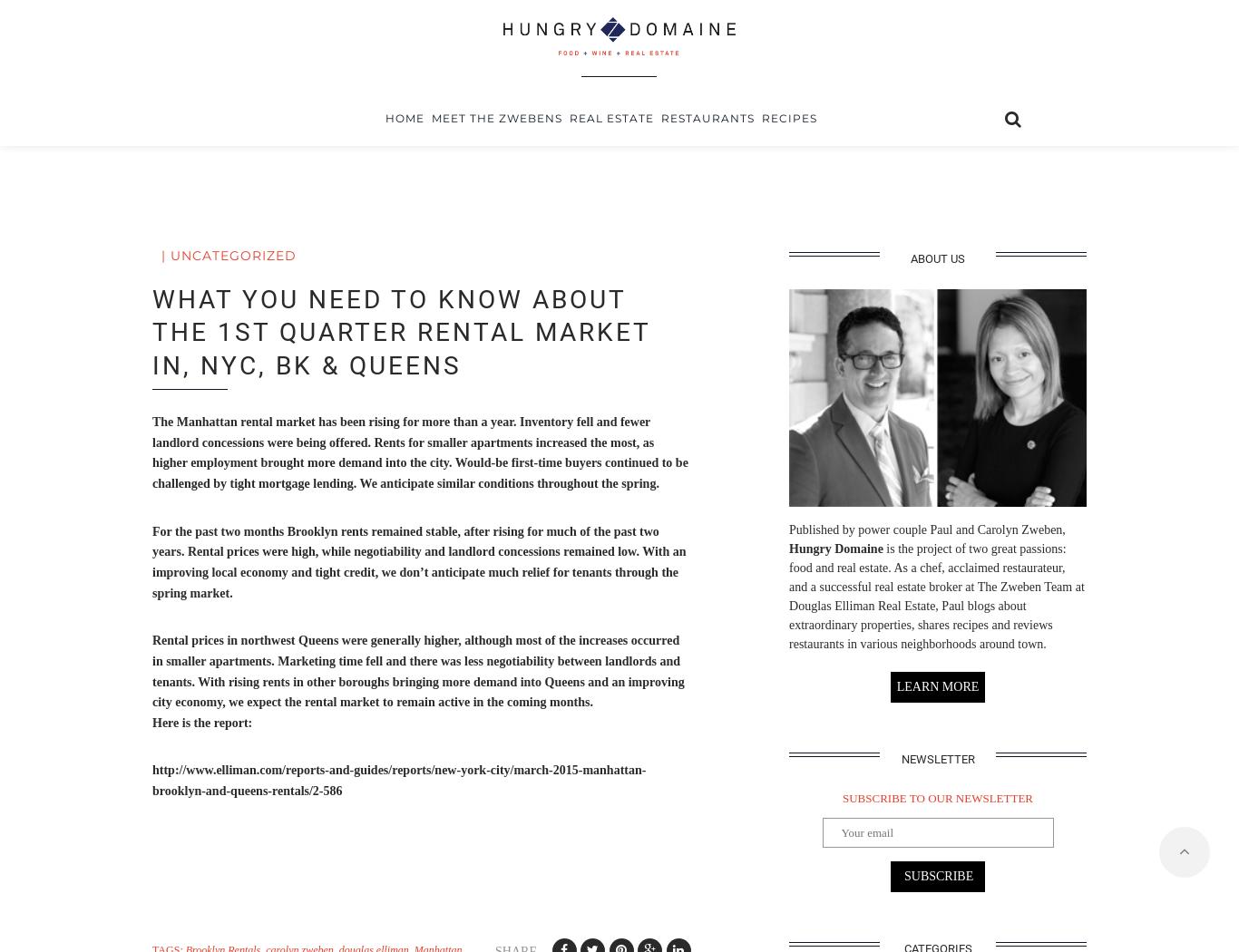  I want to click on 'is the project of two great passions: food and real estate. As a chef, acclaimed restaurateur, and a successful real estate broker at The Zweben Team at Douglas Elliman Real Estate, Paul blogs about extraordinary properties, shares recipes and reviews restaurants in various neighborhoods around town.', so click(788, 594).